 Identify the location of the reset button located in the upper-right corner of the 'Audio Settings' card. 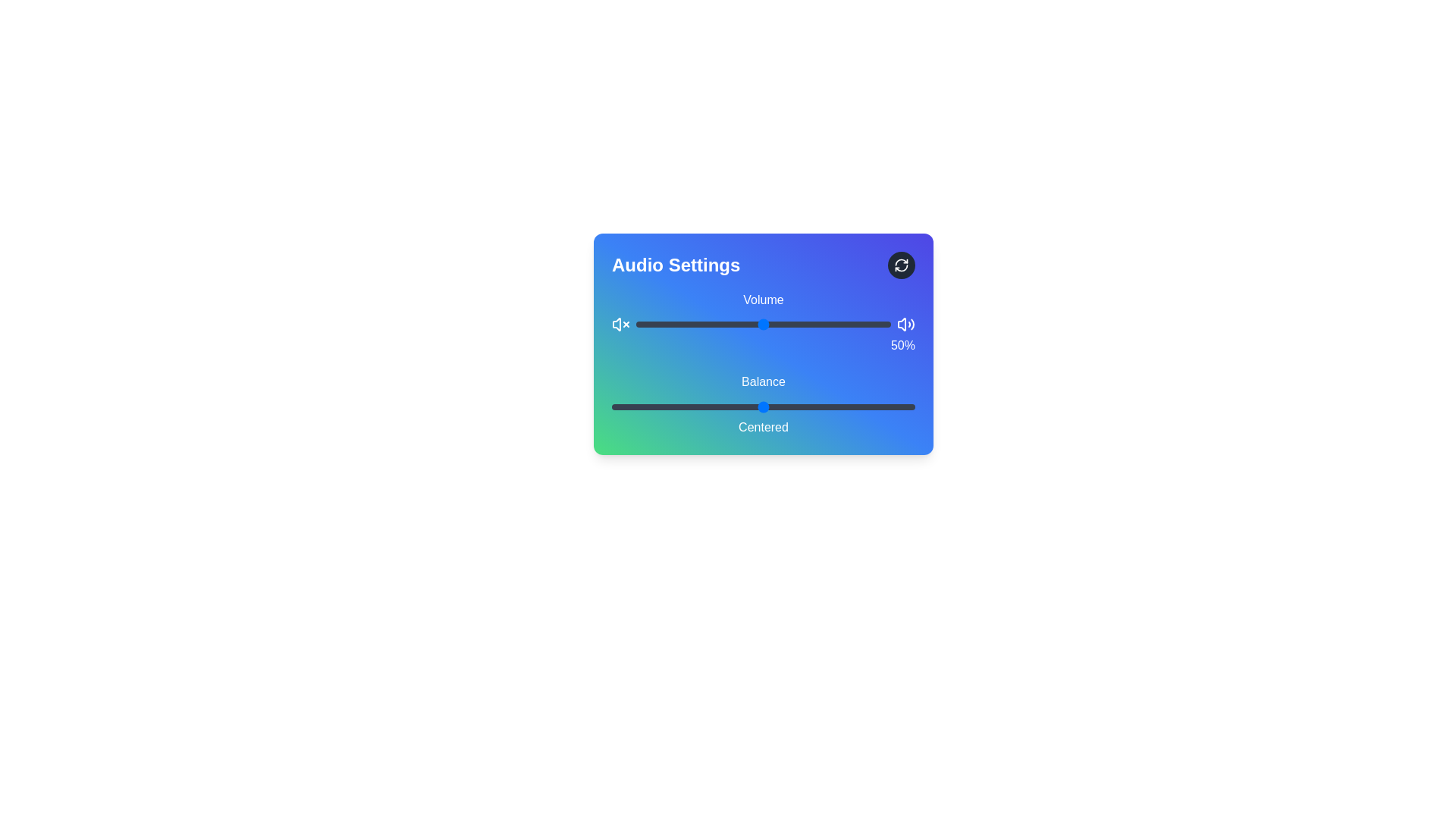
(902, 265).